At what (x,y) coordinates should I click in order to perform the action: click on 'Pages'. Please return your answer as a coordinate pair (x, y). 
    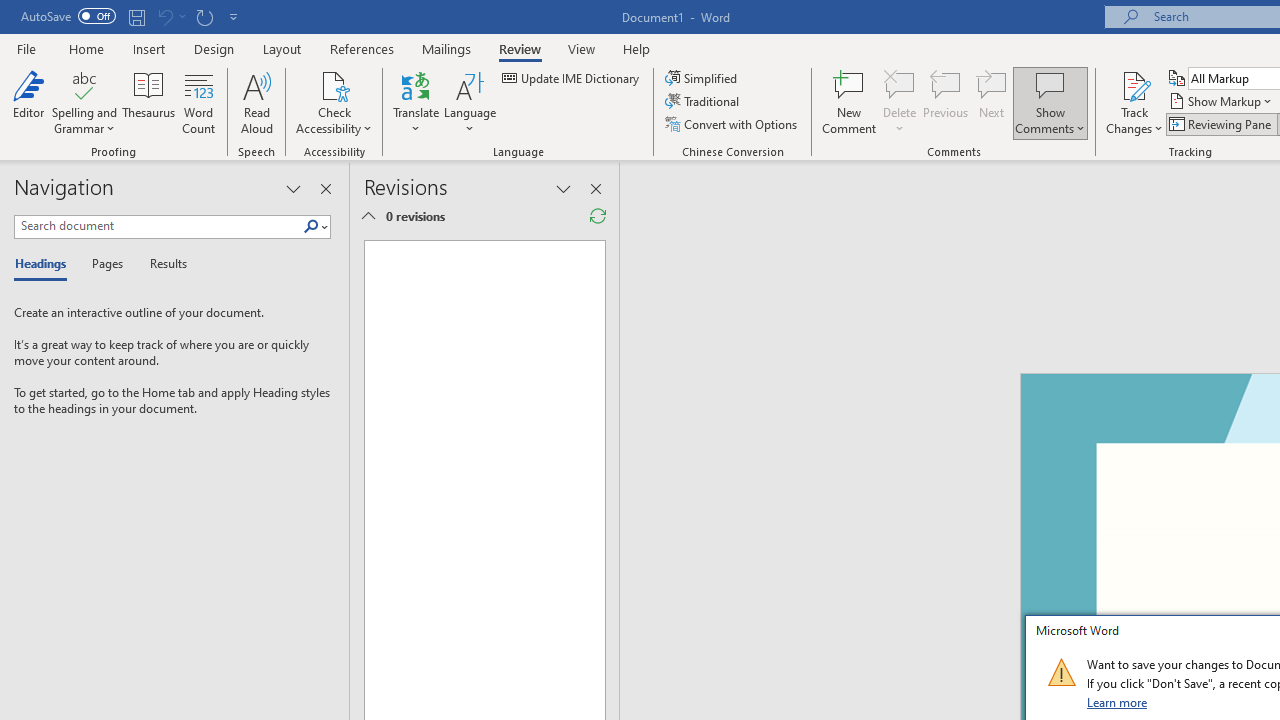
    Looking at the image, I should click on (104, 264).